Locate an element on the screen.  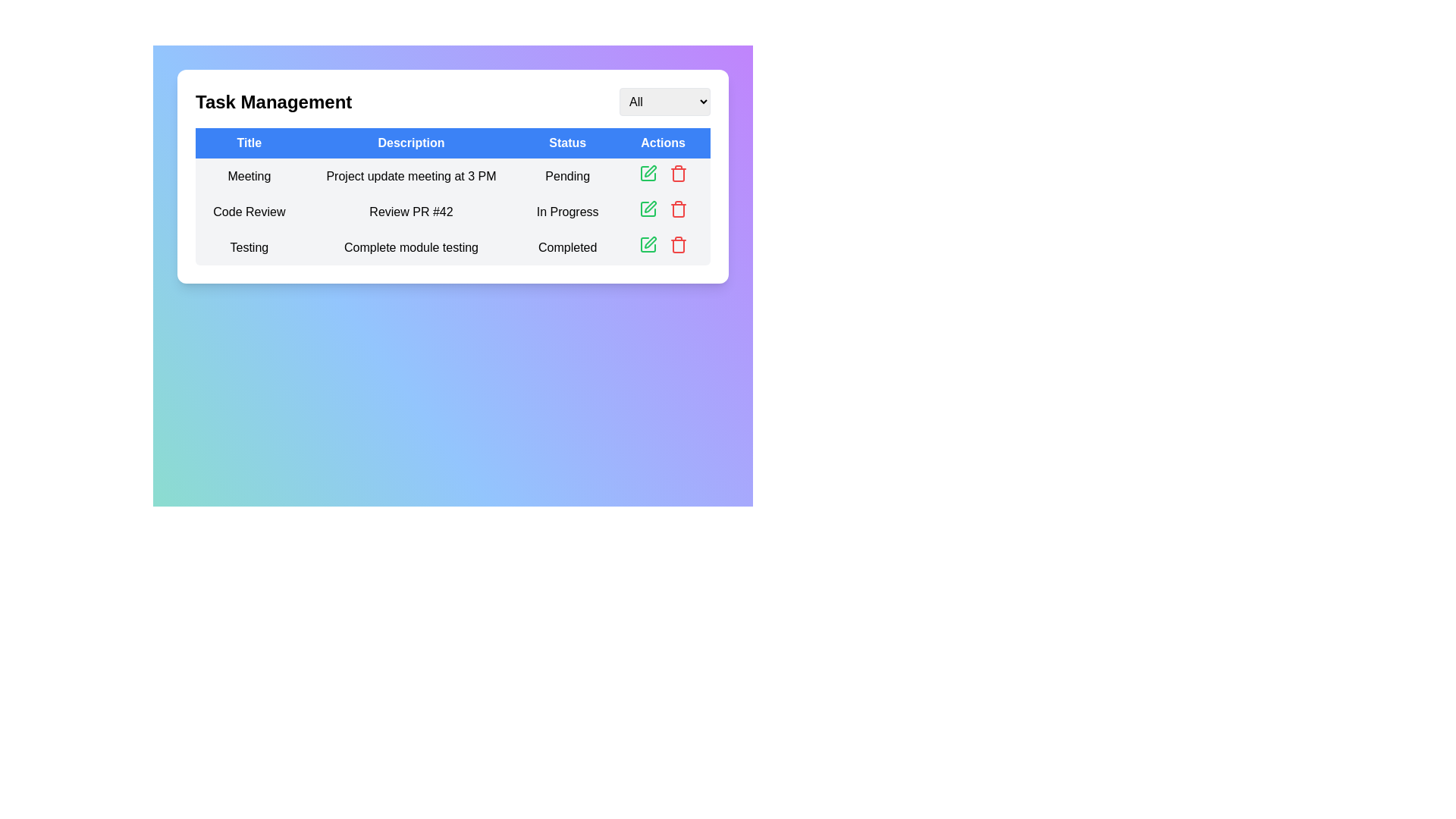
the 'Status' text label, which has a blue background and white text, positioned as the third element in a sequence of four horizontally aligned labels is located at coordinates (566, 143).